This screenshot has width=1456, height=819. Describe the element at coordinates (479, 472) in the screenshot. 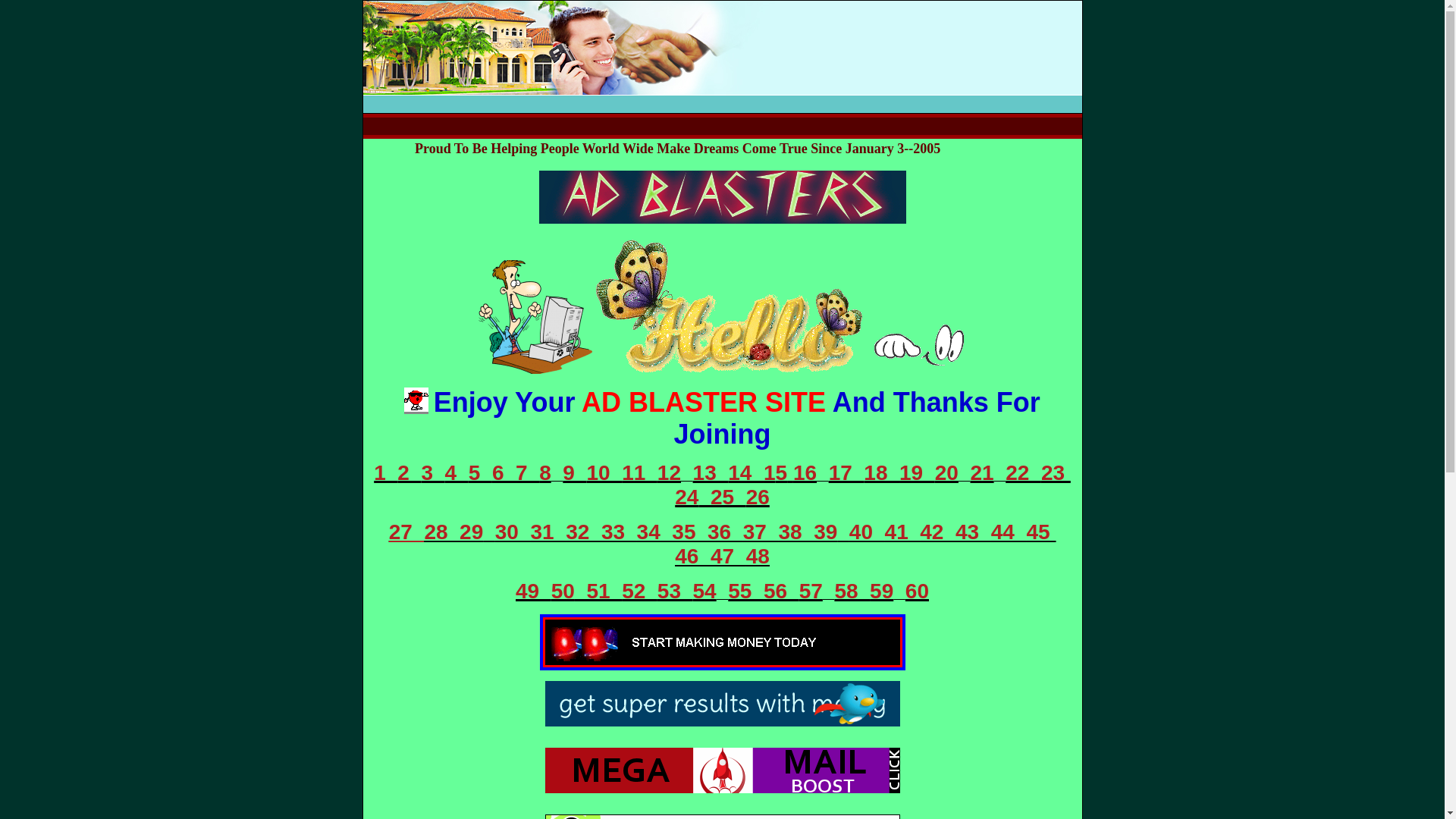

I see `'5 '` at that location.